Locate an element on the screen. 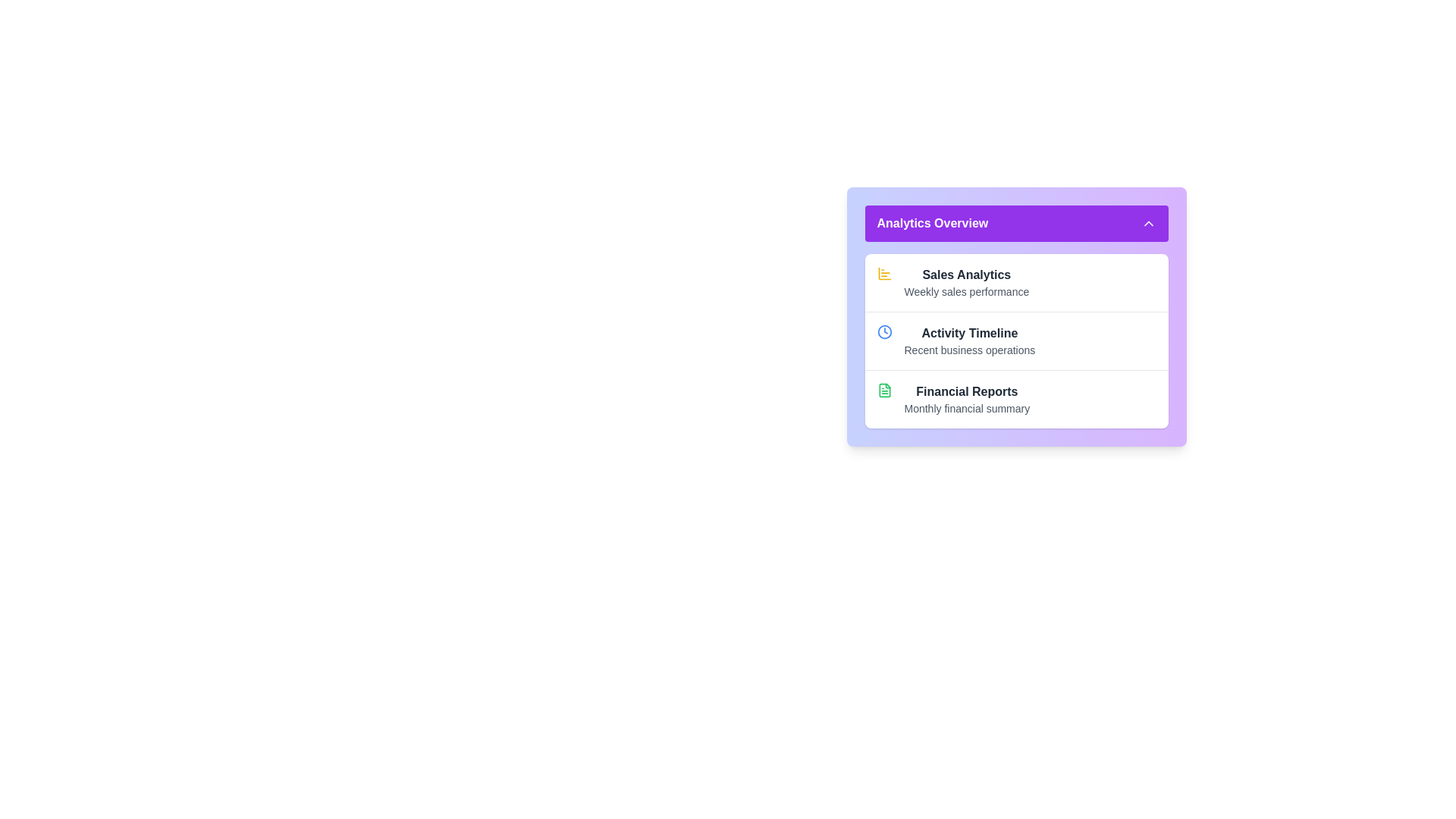  the first icon in the 'Sales Analytics' section, located to the left of the 'Sales Analytics' label and above the 'Weekly sales performance' subtext is located at coordinates (884, 283).